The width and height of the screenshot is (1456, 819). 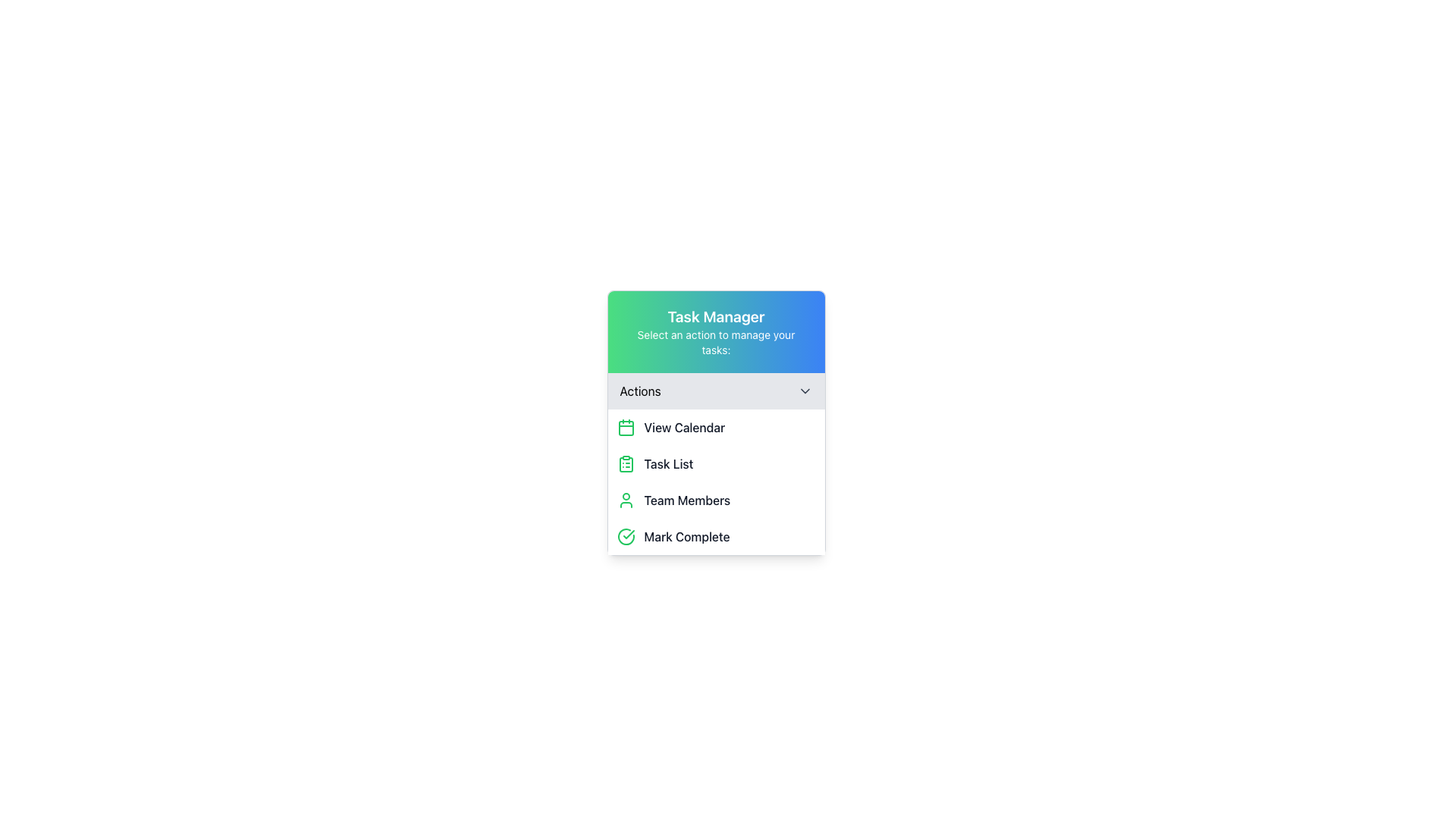 I want to click on the dropdown menu located in the 'Task Manager' panel, so click(x=715, y=391).